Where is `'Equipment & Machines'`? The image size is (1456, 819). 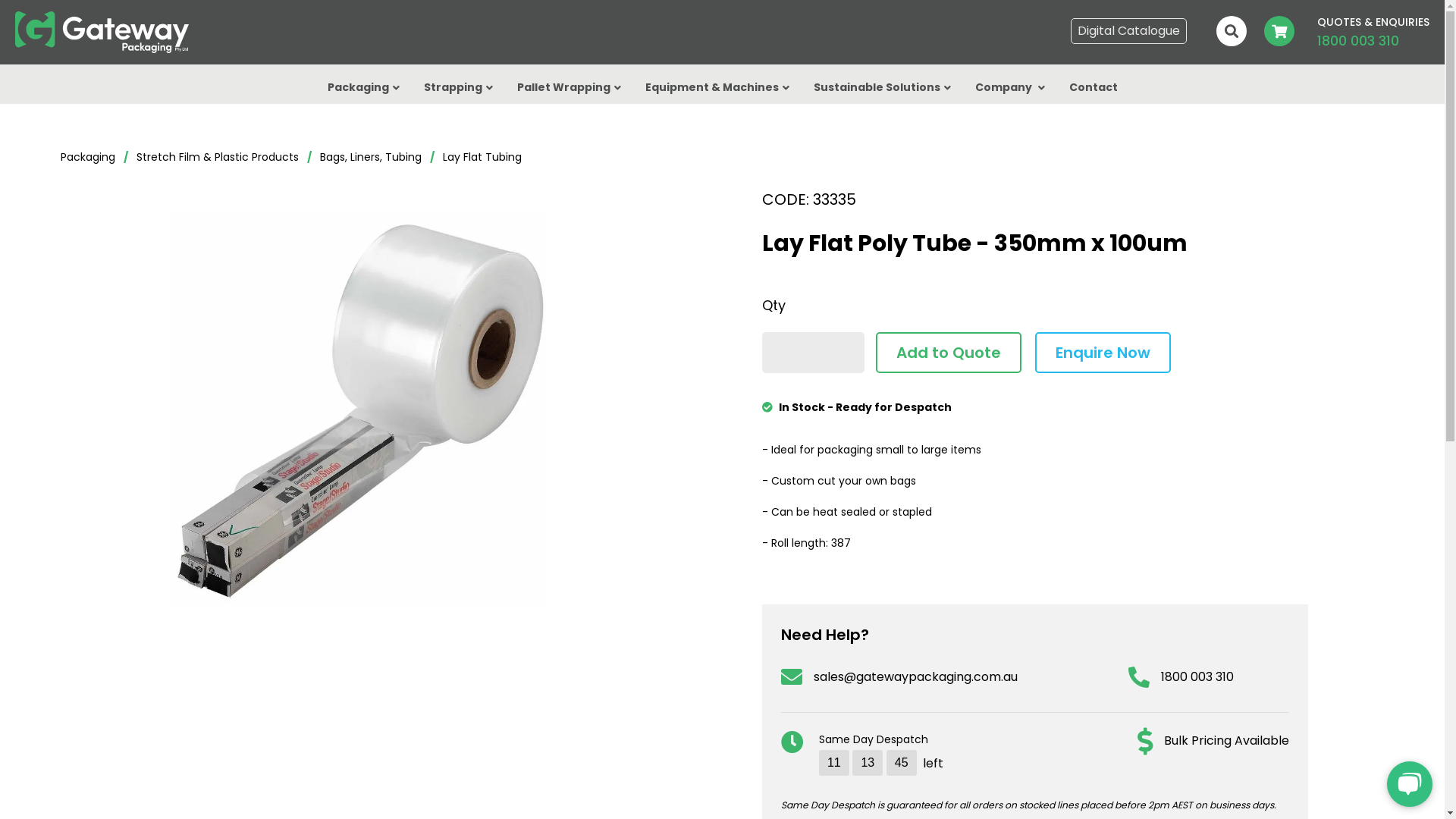
'Equipment & Machines' is located at coordinates (716, 90).